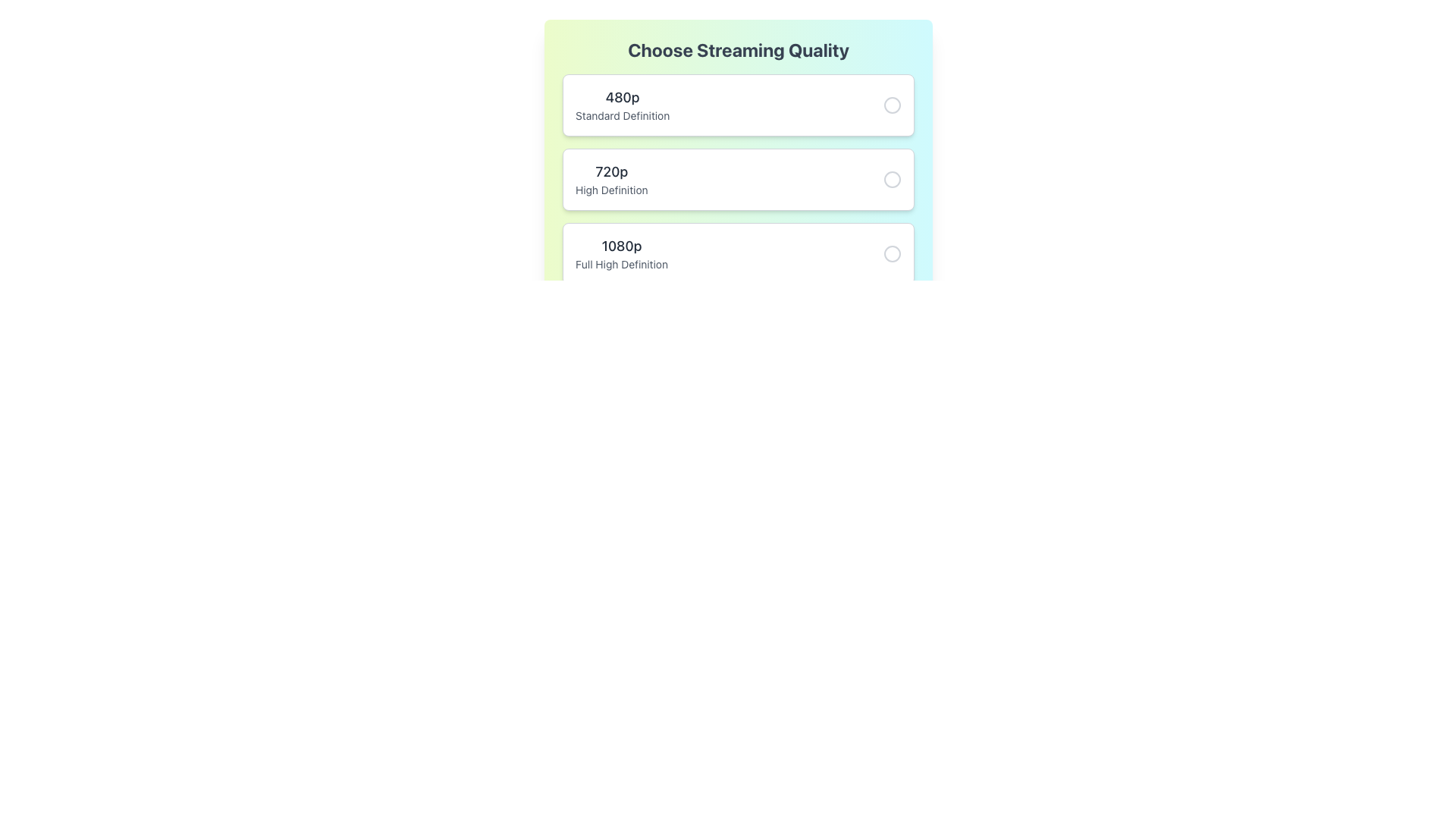 This screenshot has width=1456, height=819. I want to click on the radio button indicator located to the right of the text '1080p Full High Definition' in the 'Choose Streaming Quality' section, so click(892, 253).